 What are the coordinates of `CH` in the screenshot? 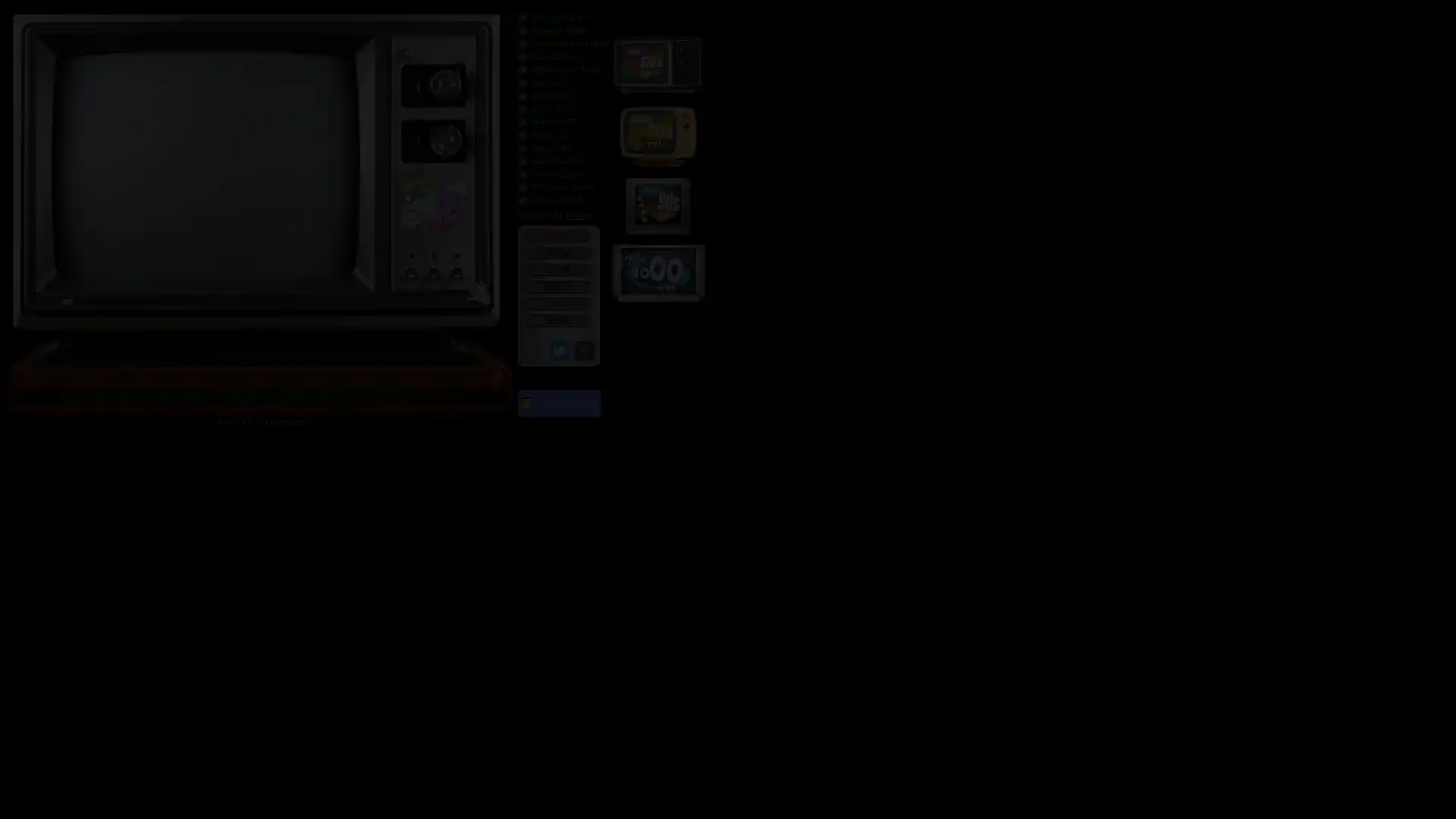 It's located at (557, 268).